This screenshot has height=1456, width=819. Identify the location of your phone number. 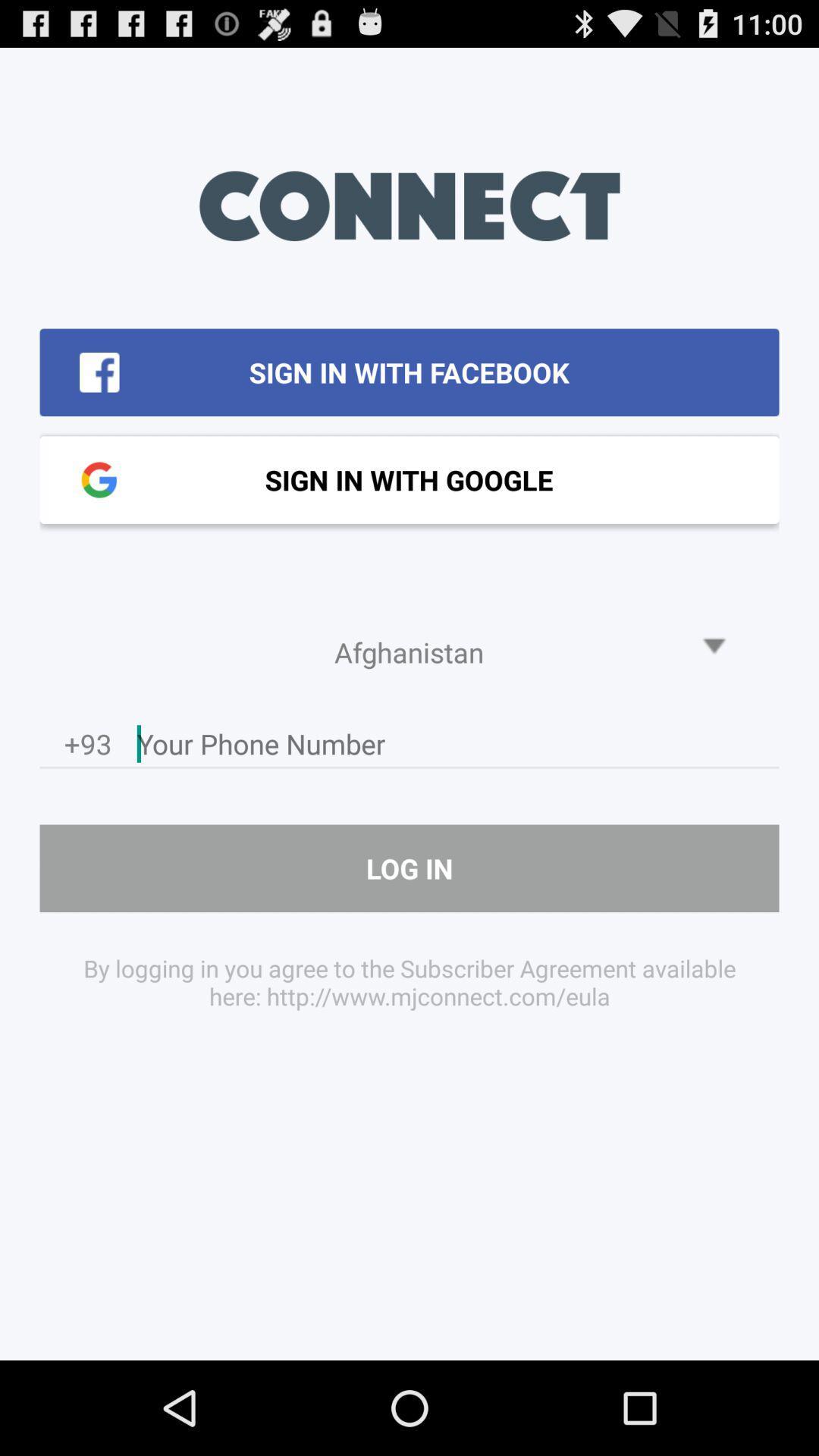
(457, 748).